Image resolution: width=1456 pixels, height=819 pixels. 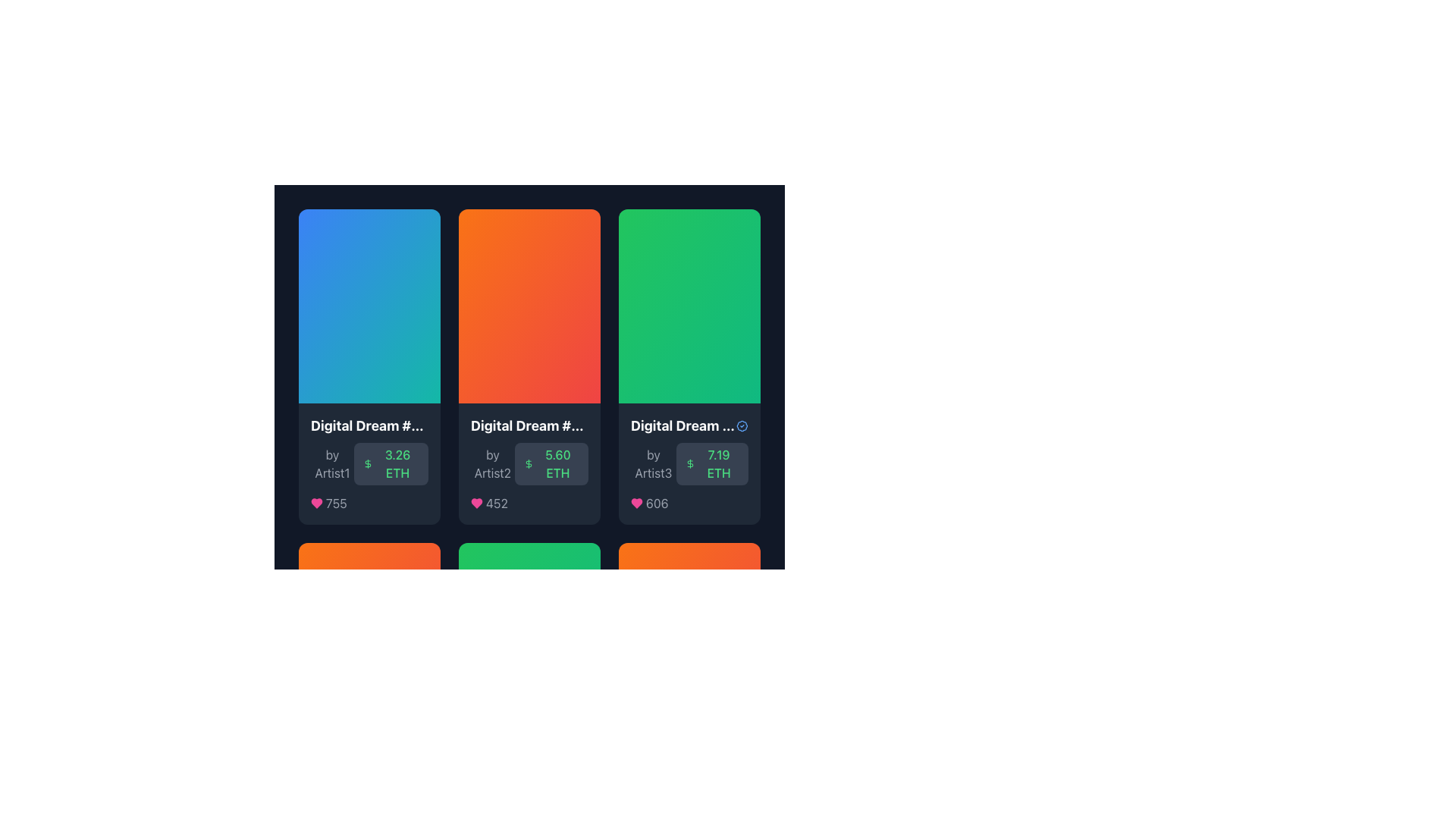 What do you see at coordinates (711, 463) in the screenshot?
I see `the informational display box containing the green dollar symbol and '7.19 ETH' text, located at the bottom right corner of the card associated with 'Digital Dream ...' by 'Artist3'` at bounding box center [711, 463].